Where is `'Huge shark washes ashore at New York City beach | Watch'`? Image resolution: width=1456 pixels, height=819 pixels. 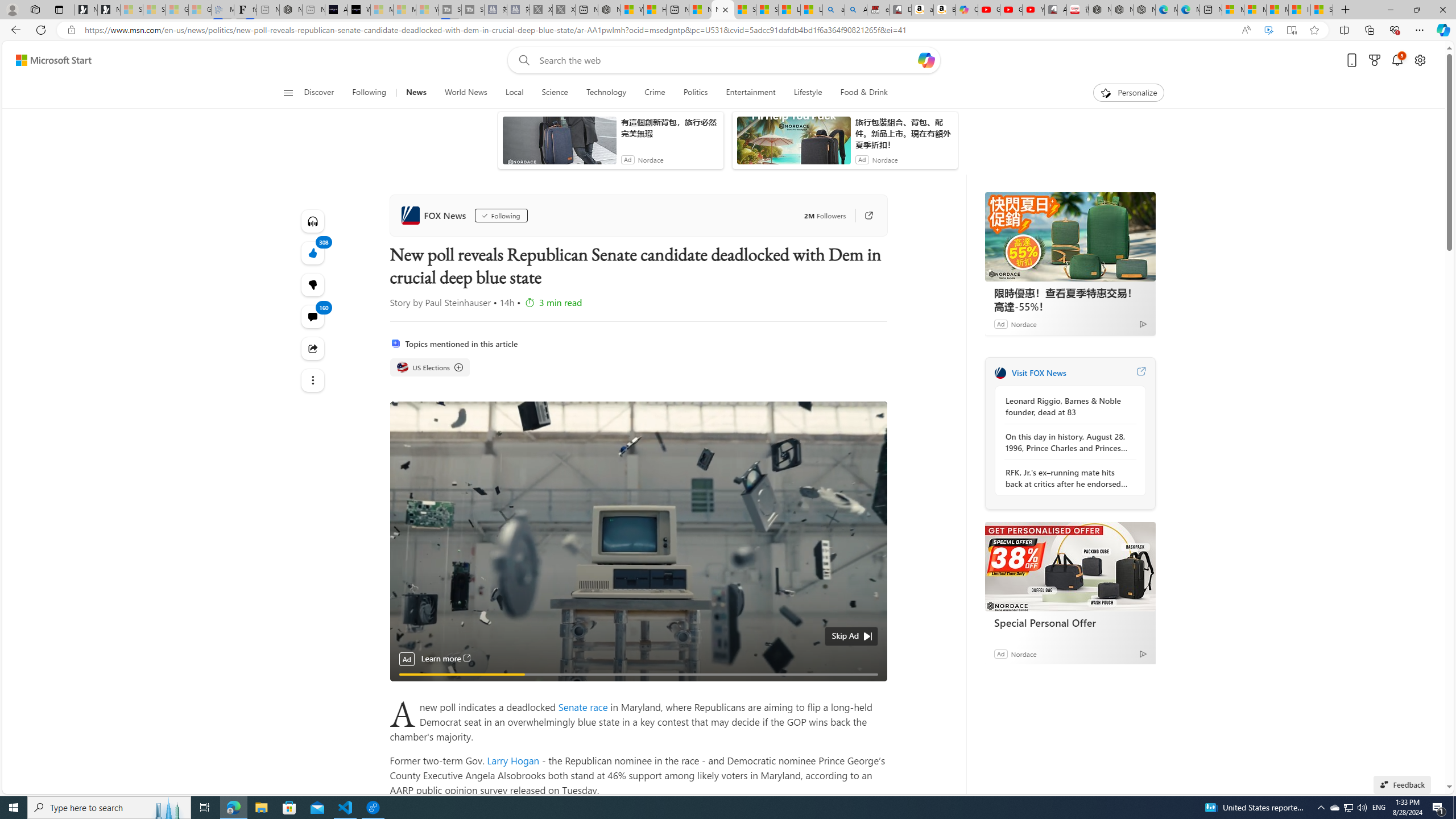
'Huge shark washes ashore at New York City beach | Watch' is located at coordinates (655, 9).